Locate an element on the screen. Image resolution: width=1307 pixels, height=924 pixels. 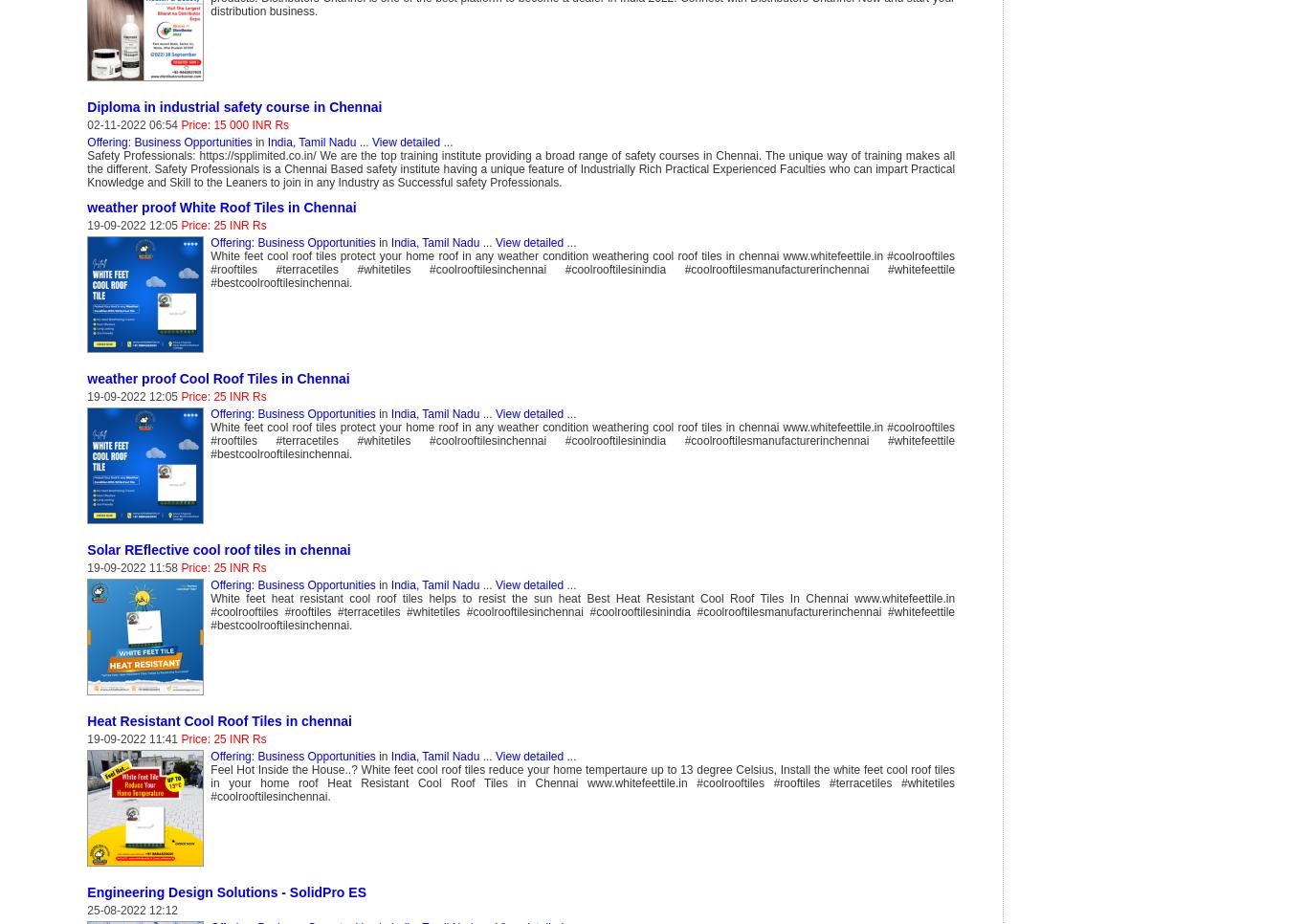
'25-08-2022 12:12' is located at coordinates (131, 910).